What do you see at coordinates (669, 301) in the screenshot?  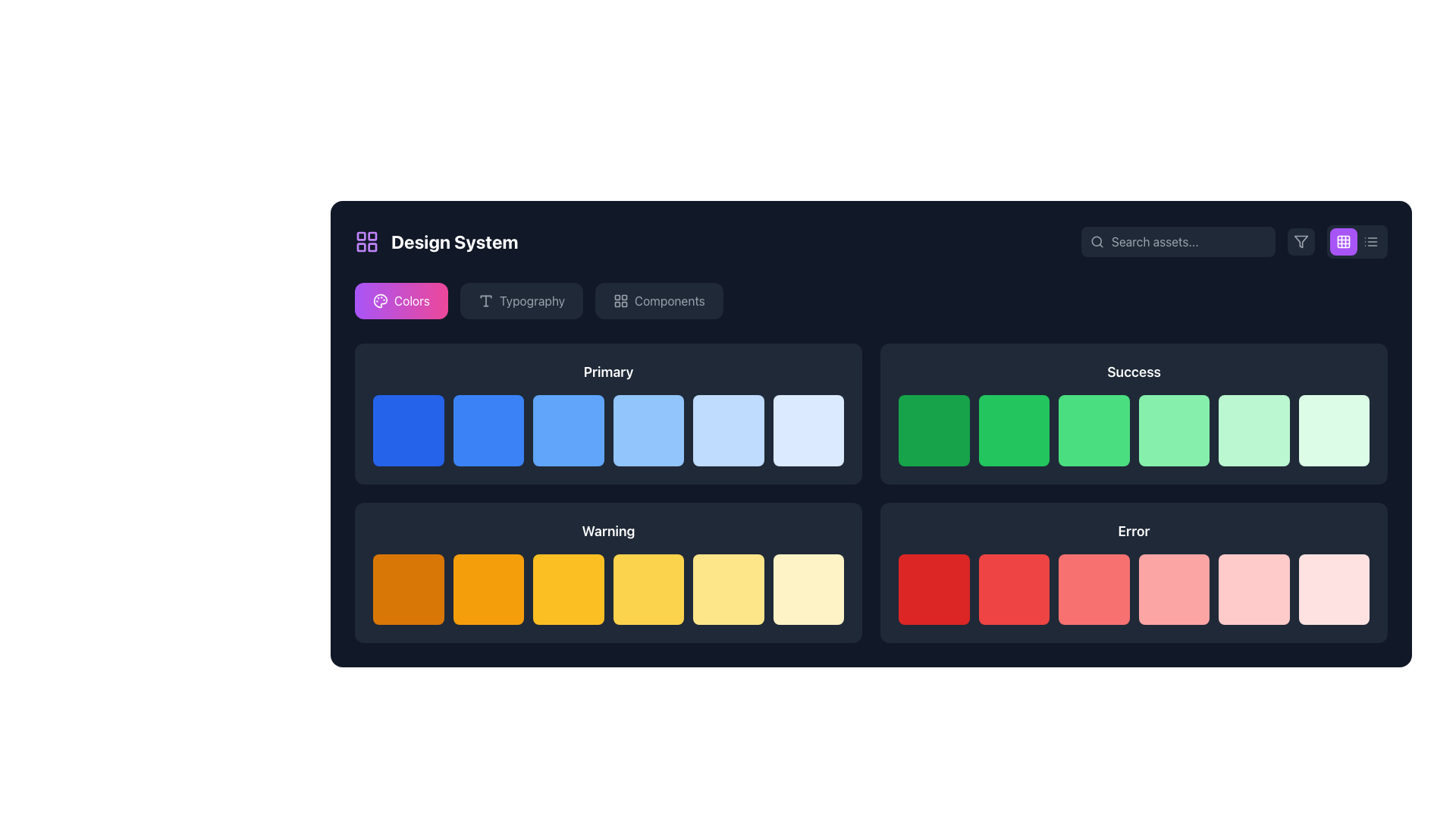 I see `the 'Components' label within the button in the navigation menu` at bounding box center [669, 301].